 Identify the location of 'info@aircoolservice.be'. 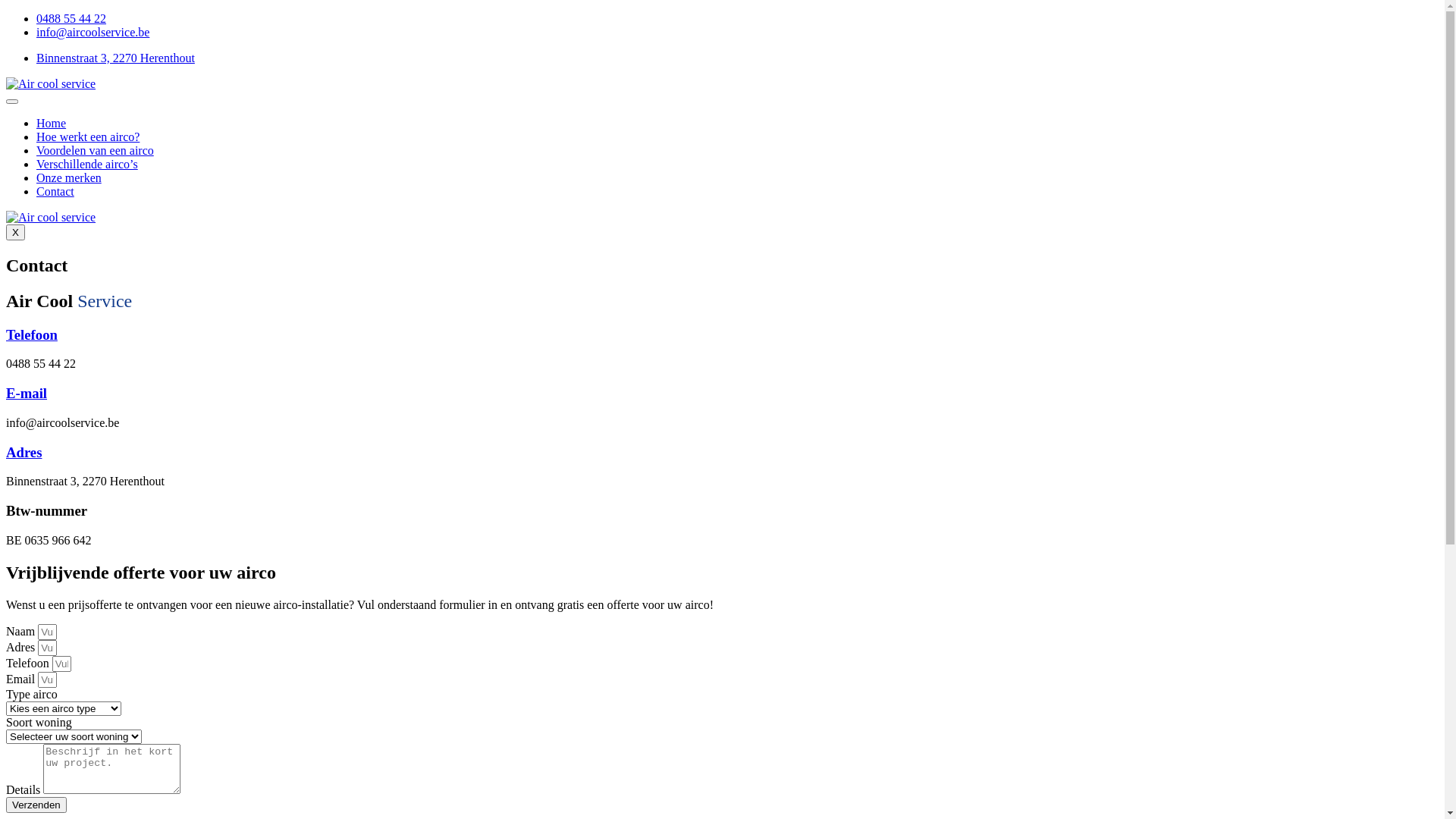
(92, 32).